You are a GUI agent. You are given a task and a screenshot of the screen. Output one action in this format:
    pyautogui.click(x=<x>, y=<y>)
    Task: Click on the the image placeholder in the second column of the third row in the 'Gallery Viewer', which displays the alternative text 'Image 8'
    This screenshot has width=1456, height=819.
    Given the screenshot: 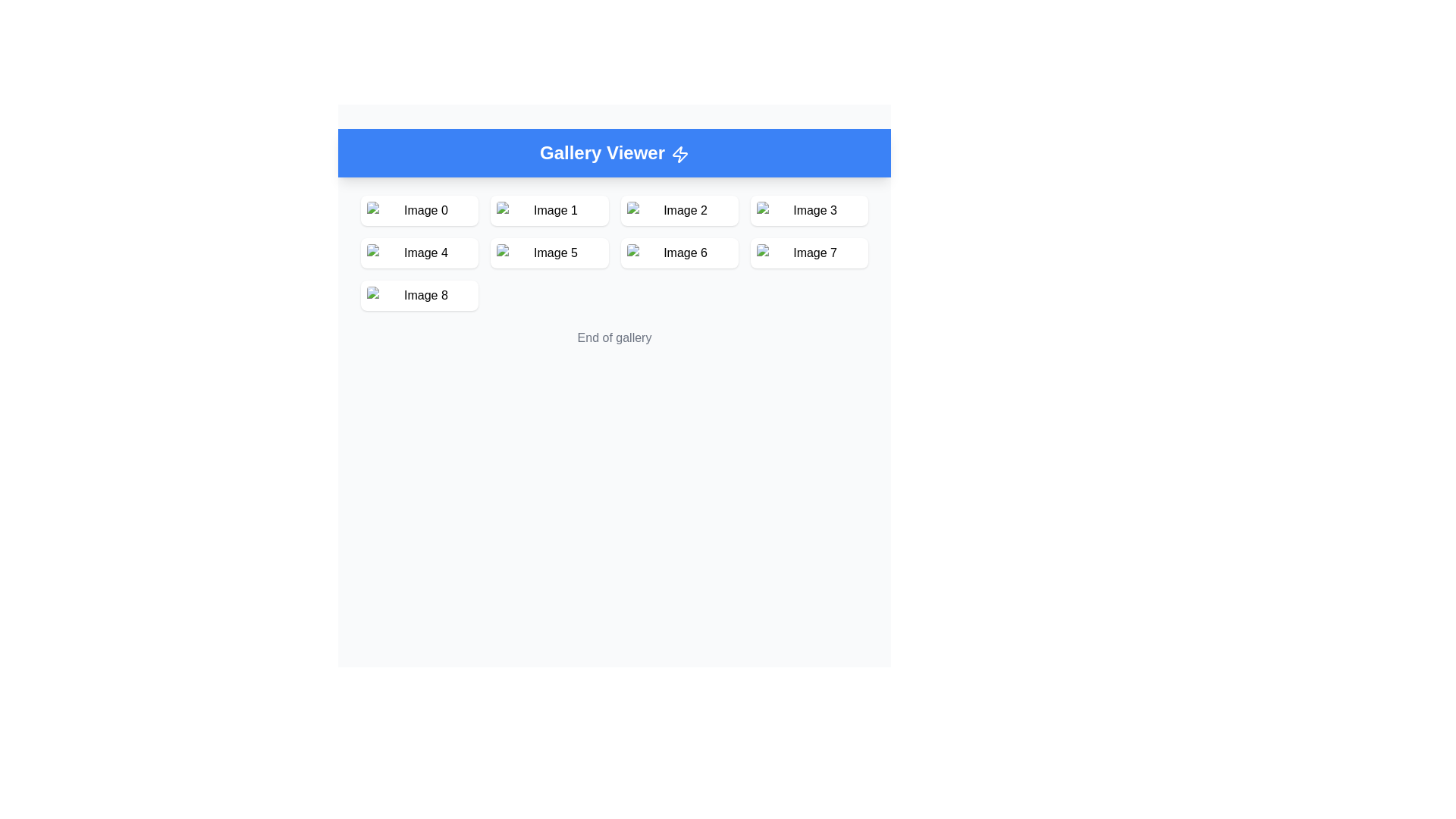 What is the action you would take?
    pyautogui.click(x=419, y=295)
    